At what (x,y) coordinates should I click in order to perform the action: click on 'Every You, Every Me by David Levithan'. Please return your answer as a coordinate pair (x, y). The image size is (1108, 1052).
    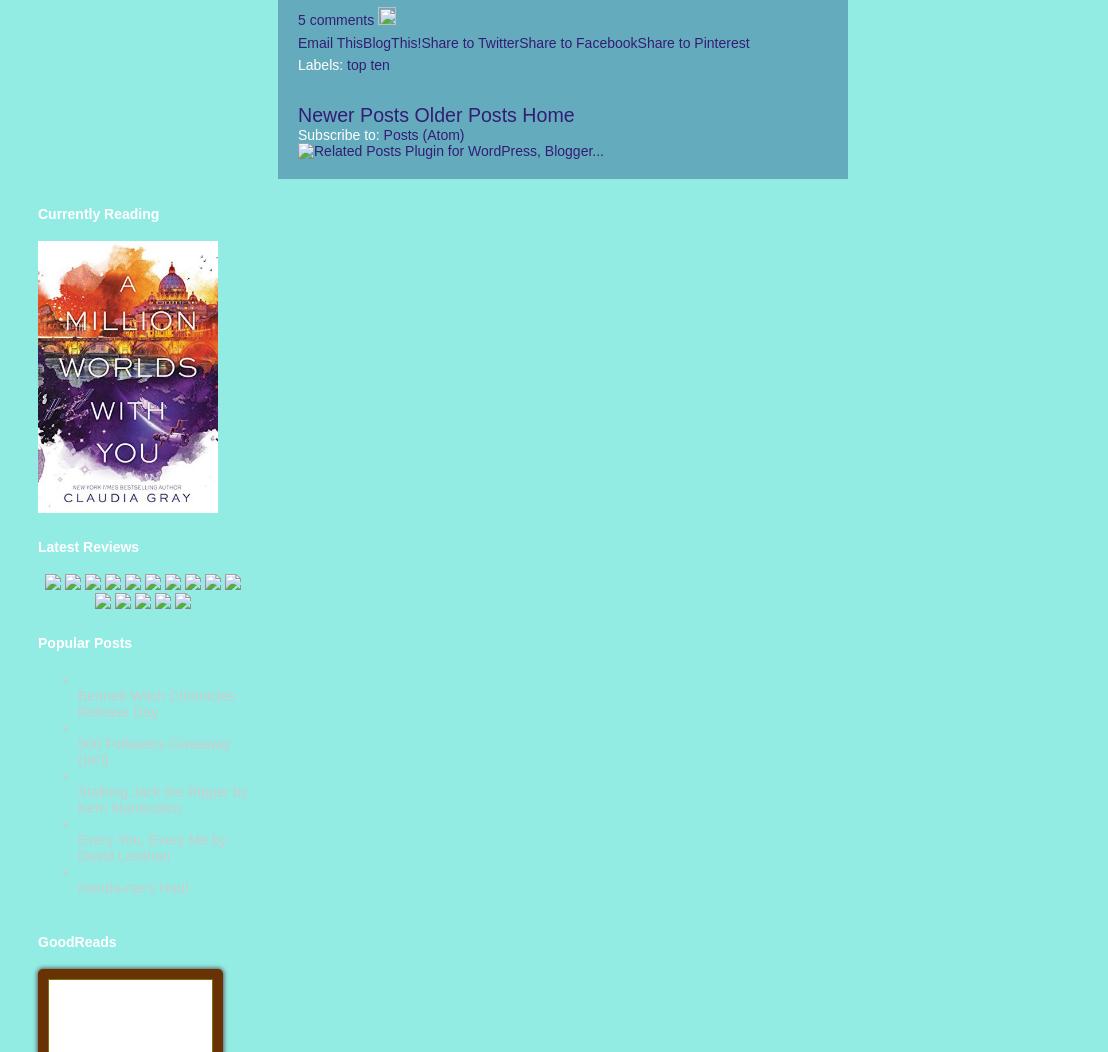
    Looking at the image, I should click on (77, 847).